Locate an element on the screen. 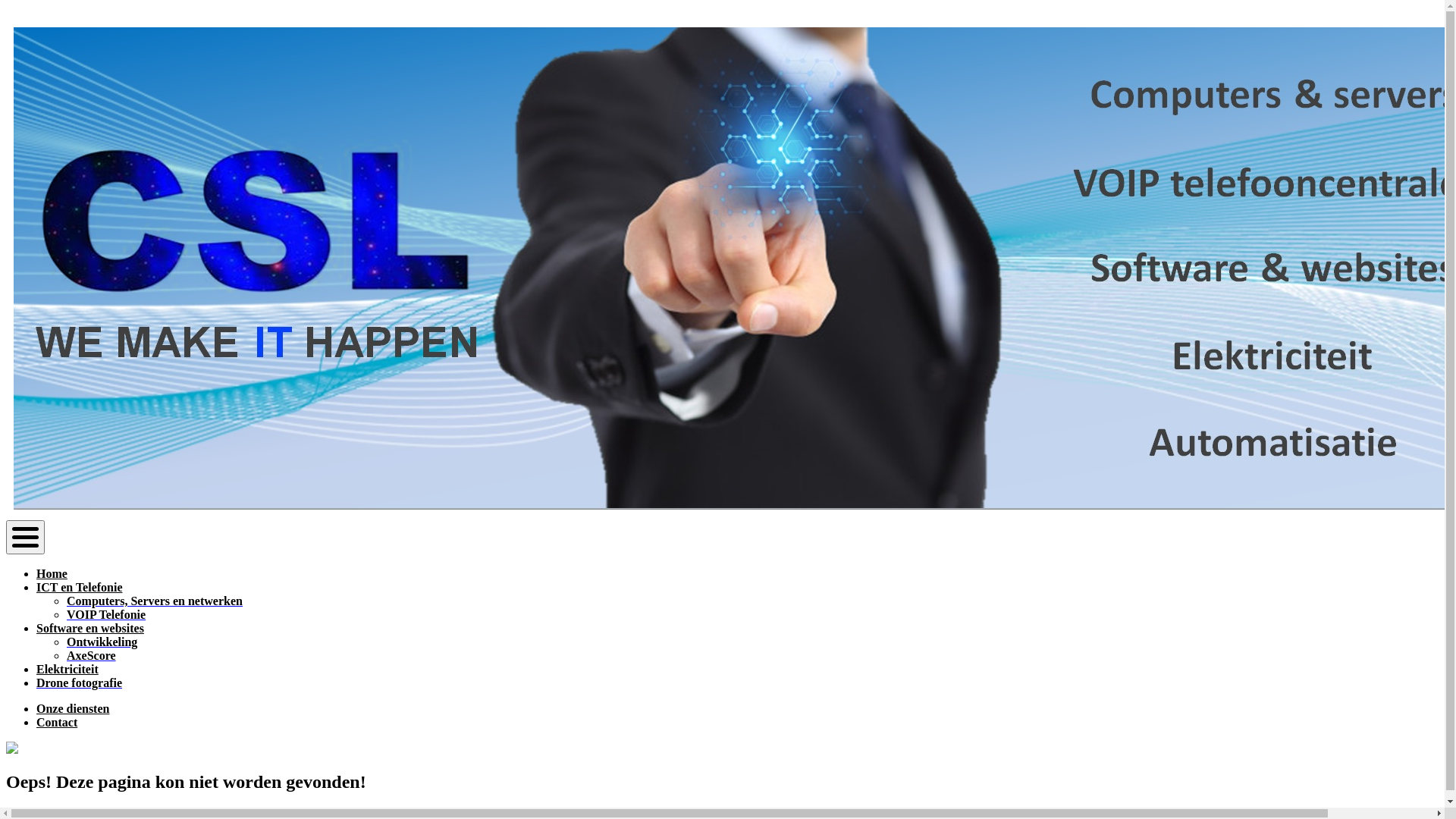 Image resolution: width=1456 pixels, height=819 pixels. 'Onze diensten' is located at coordinates (36, 708).